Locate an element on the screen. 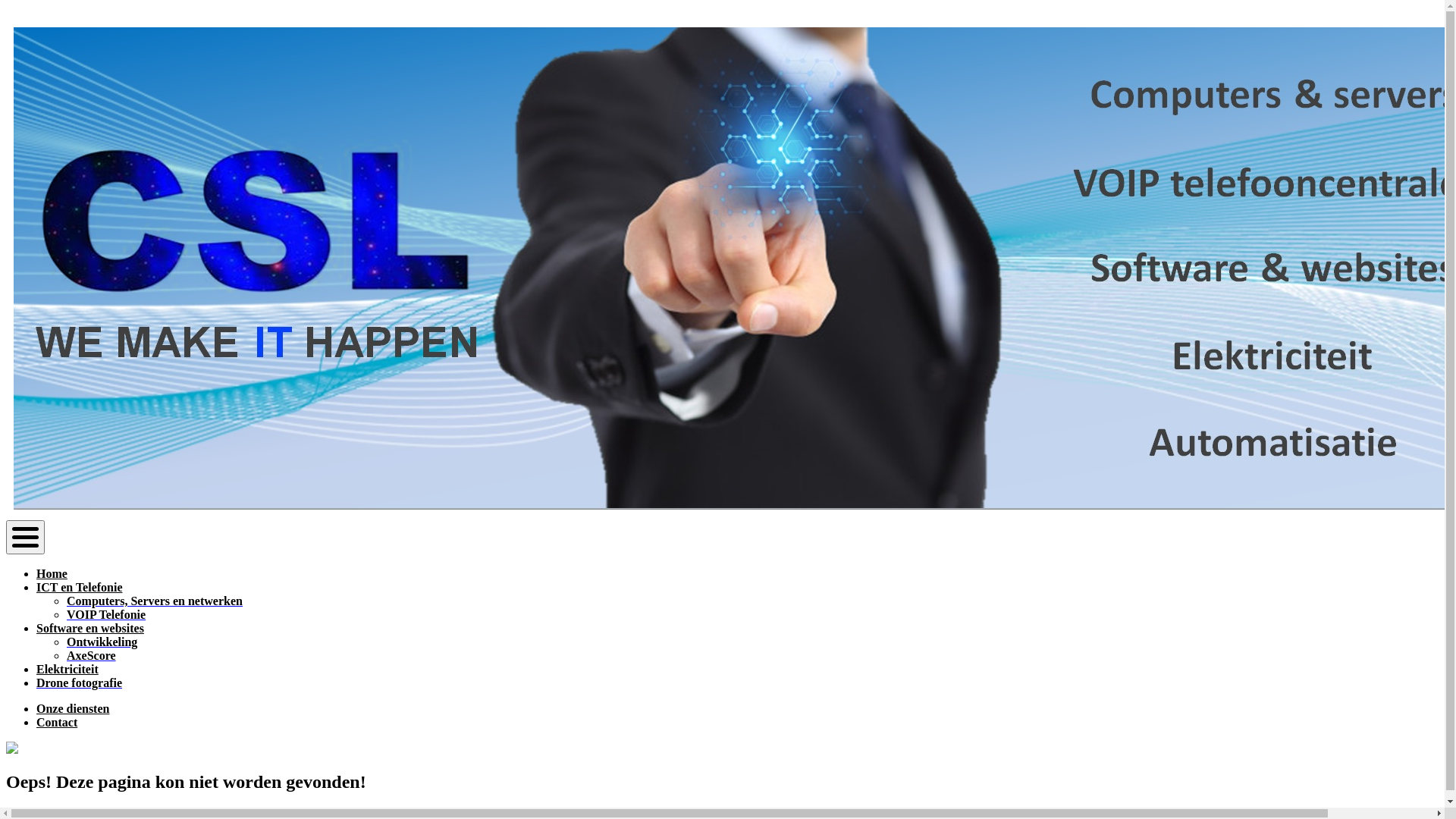 Image resolution: width=1456 pixels, height=819 pixels. 'Onze diensten' is located at coordinates (36, 708).